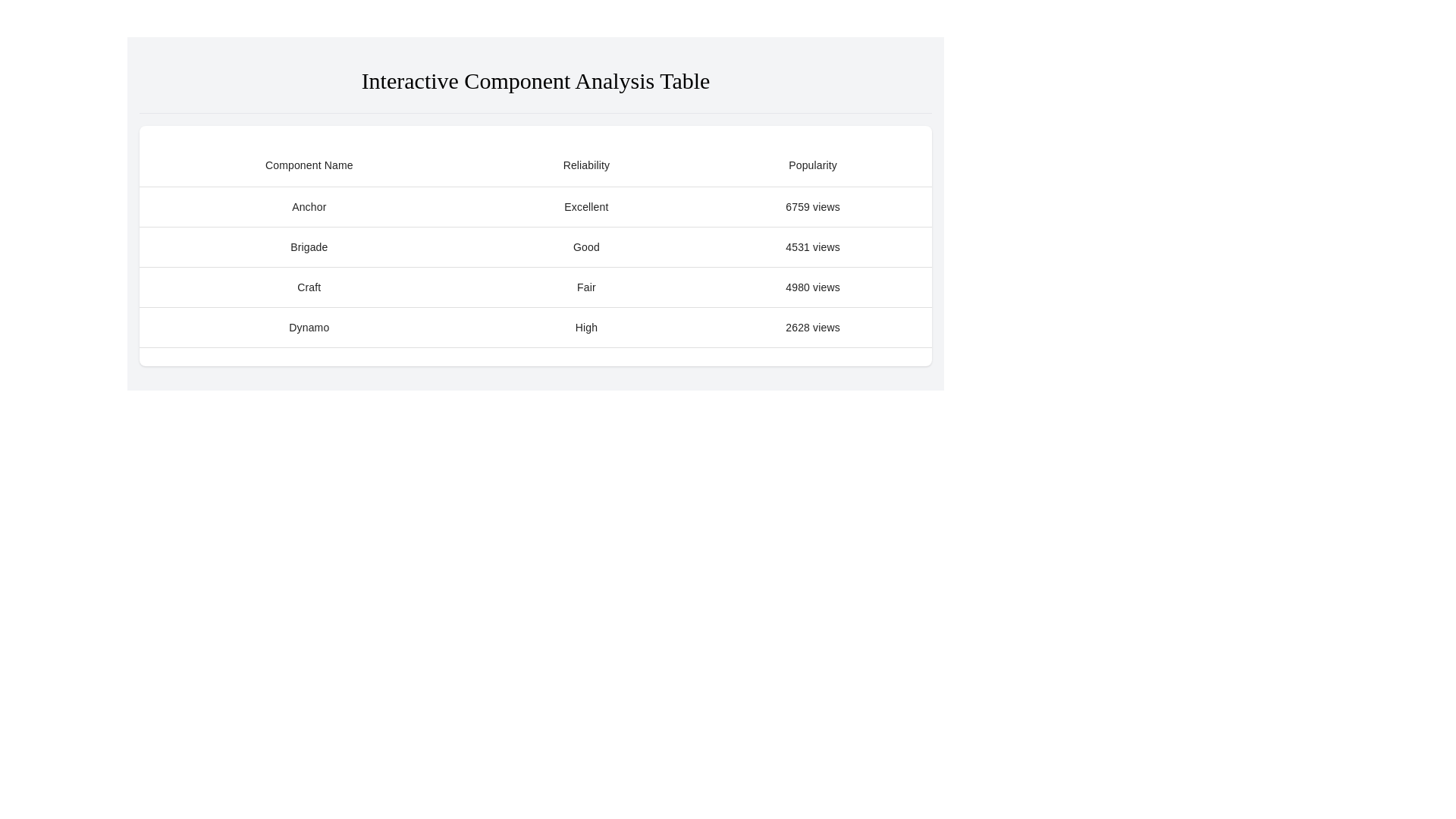  Describe the element at coordinates (585, 246) in the screenshot. I see `the second cell in the second row of the table displaying 'Good' for the reliability of 'Brigade'` at that location.